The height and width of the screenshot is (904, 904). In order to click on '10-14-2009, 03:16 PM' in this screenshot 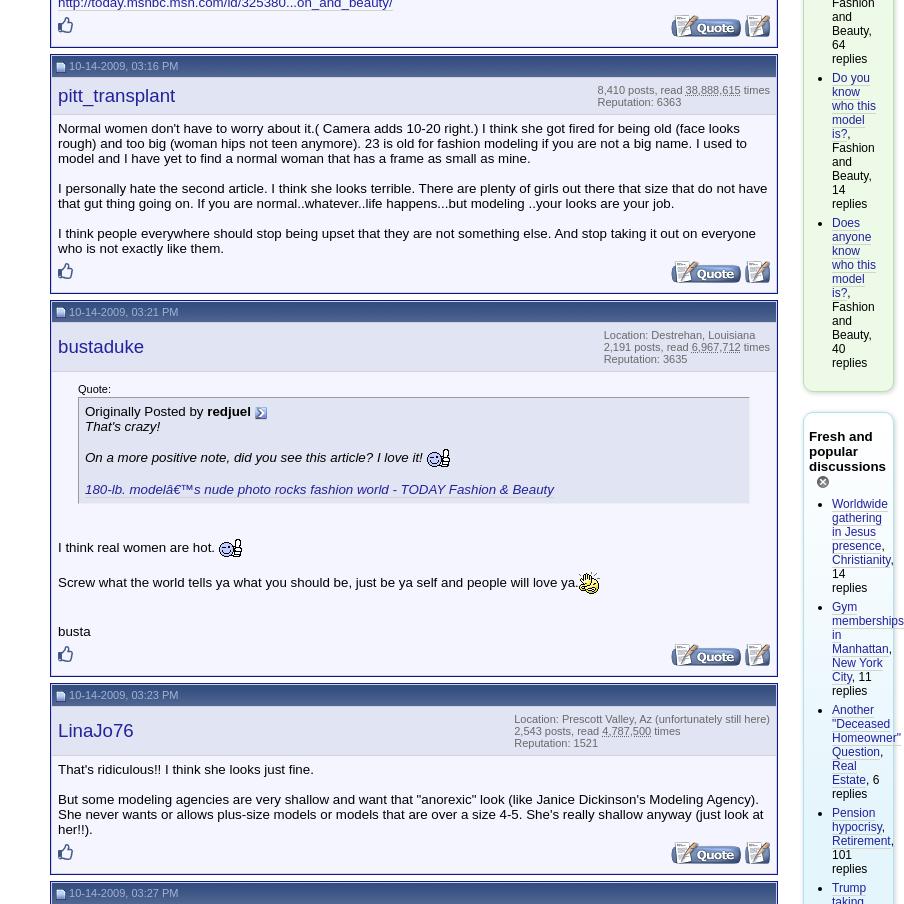, I will do `click(65, 65)`.